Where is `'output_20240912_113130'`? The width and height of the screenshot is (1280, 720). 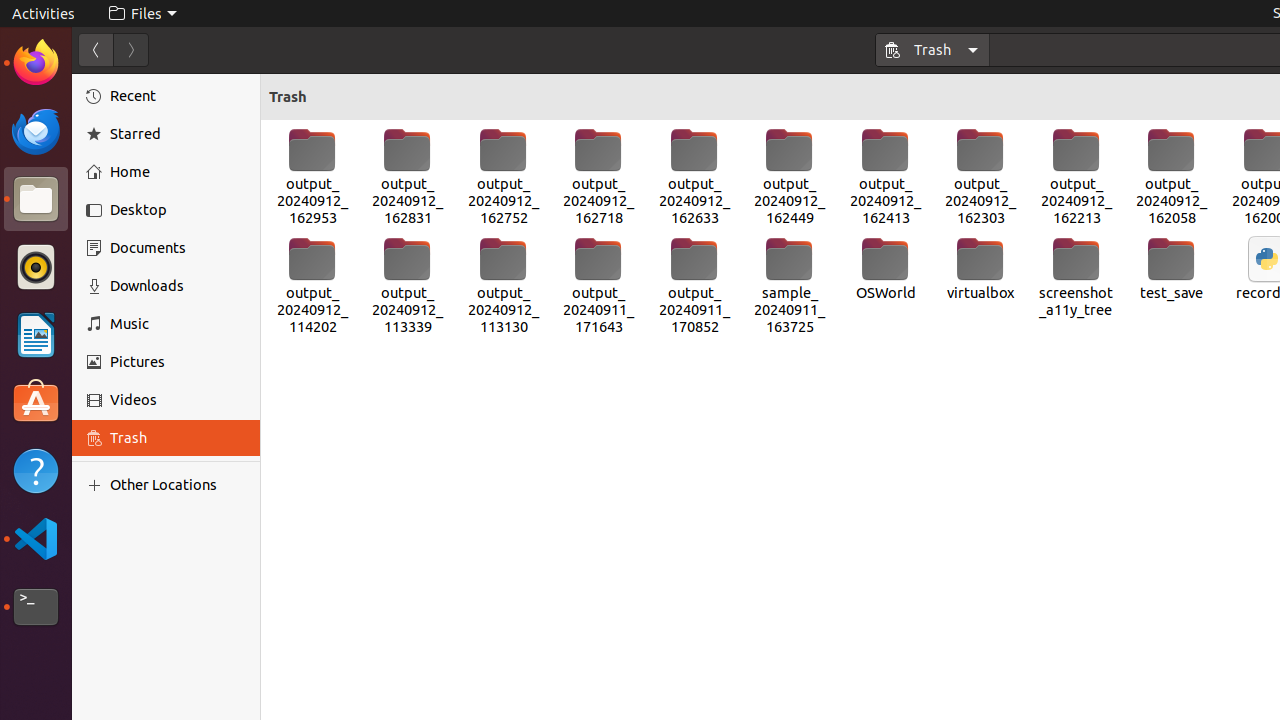 'output_20240912_113130' is located at coordinates (503, 286).